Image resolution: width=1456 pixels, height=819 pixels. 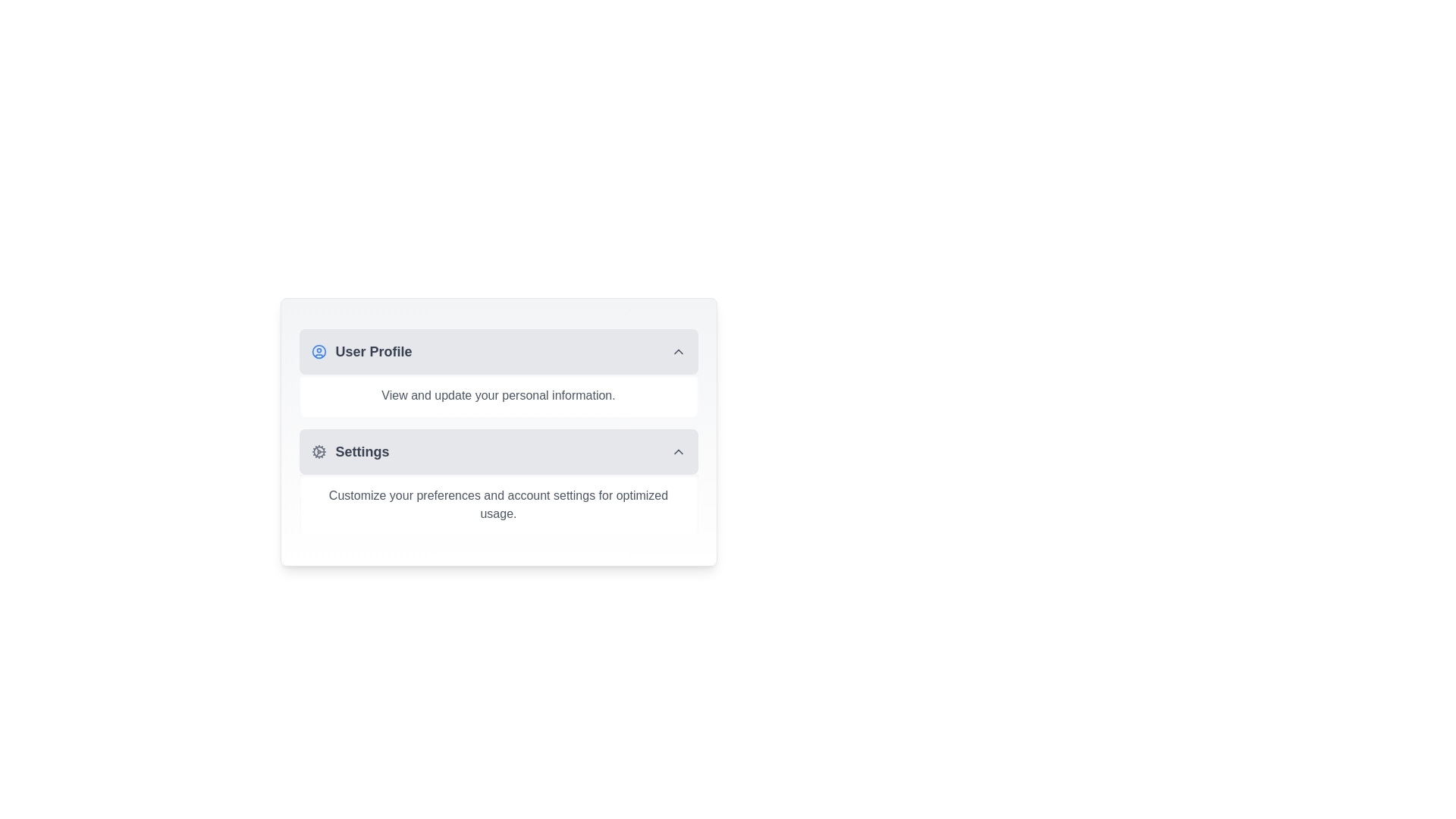 What do you see at coordinates (318, 451) in the screenshot?
I see `the decorative vector graphic component of the gear icon that symbolizes settings, located to the left of the 'Settings' label within the 'Settings' section` at bounding box center [318, 451].